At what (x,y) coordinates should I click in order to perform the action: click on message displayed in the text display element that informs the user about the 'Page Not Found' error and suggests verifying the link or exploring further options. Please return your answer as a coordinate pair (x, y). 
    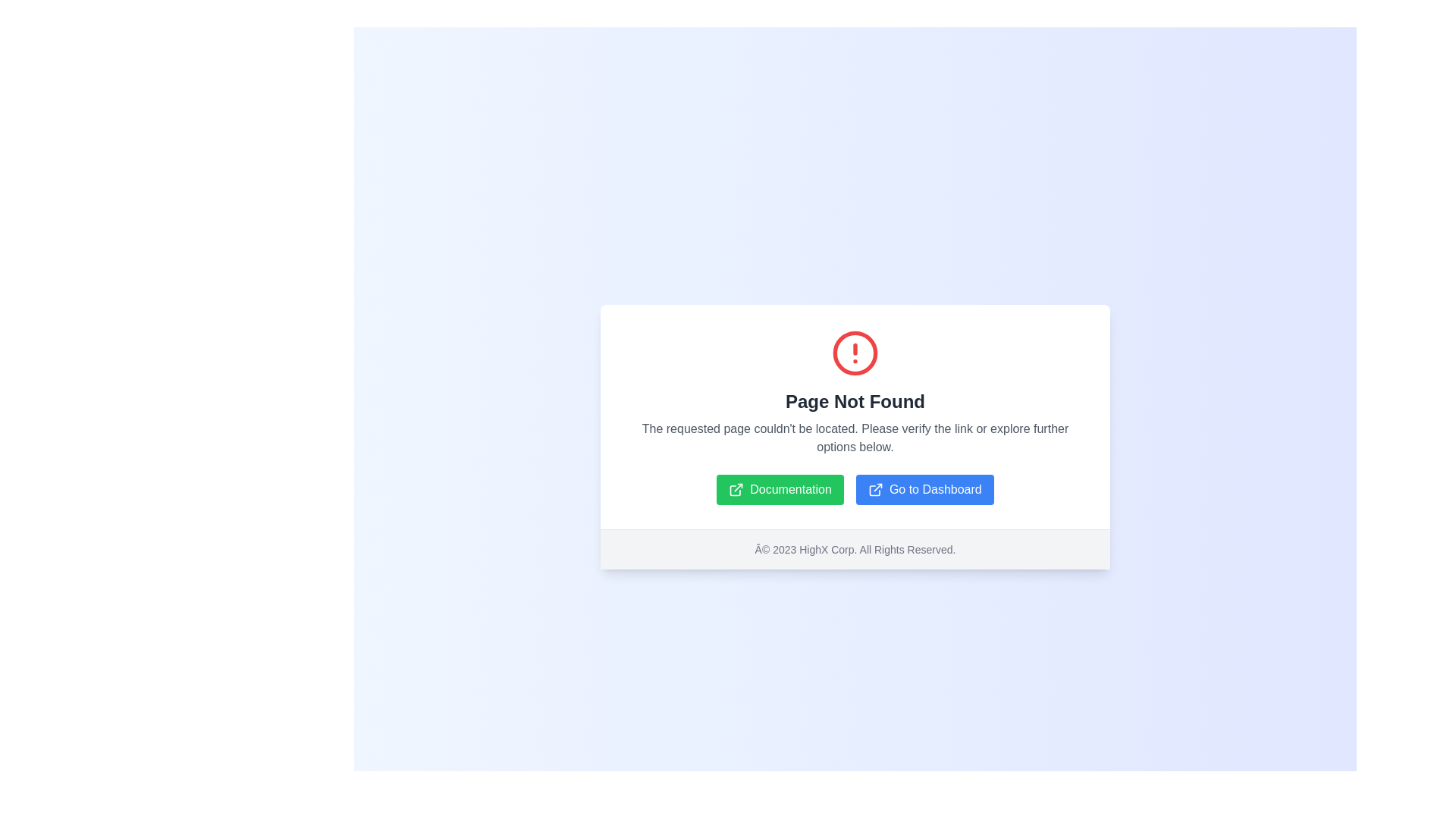
    Looking at the image, I should click on (855, 438).